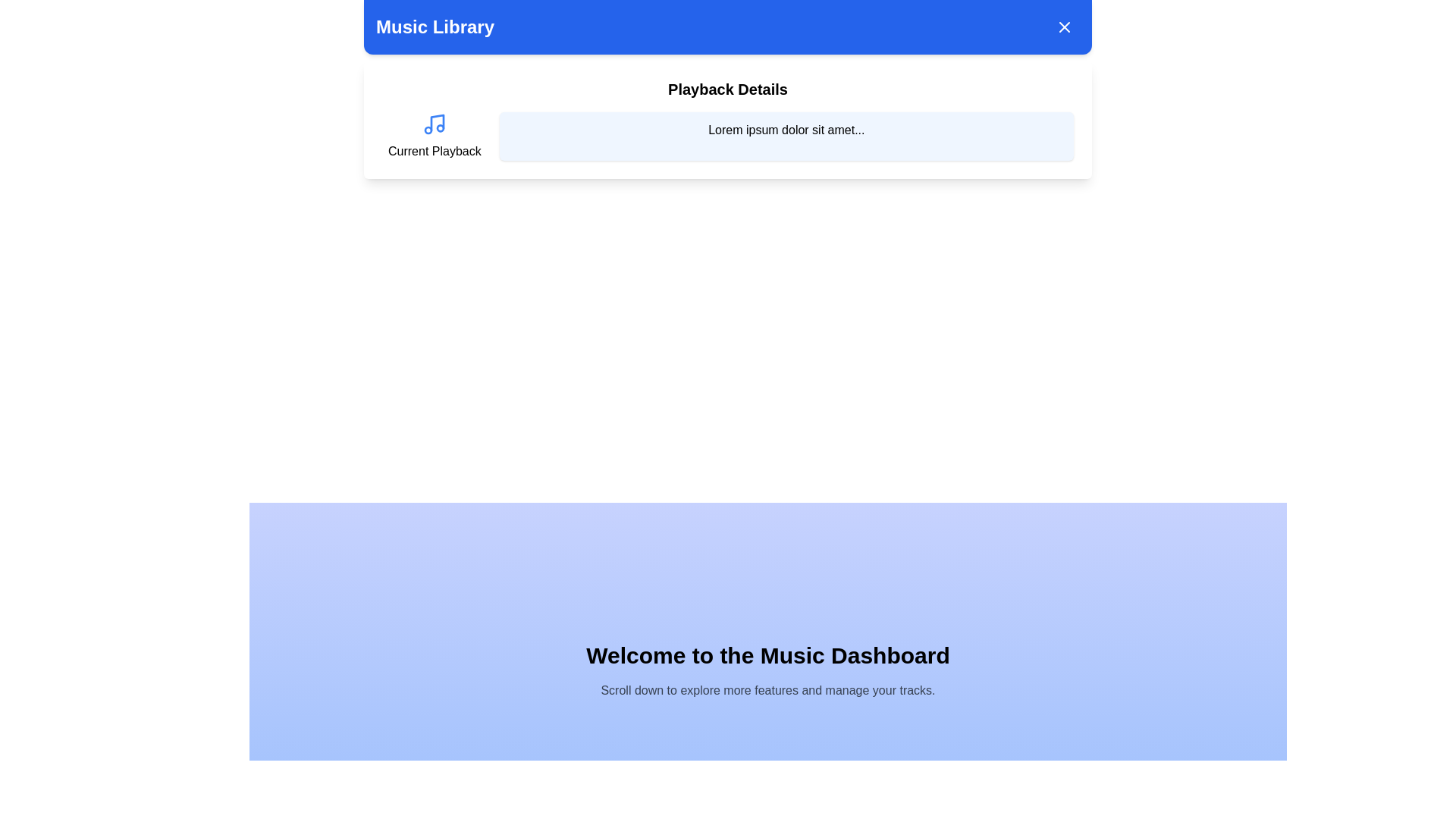 This screenshot has height=819, width=1456. Describe the element at coordinates (767, 654) in the screenshot. I see `the welcoming title for the Music Dashboard, which is centered in the blue section of the interface` at that location.